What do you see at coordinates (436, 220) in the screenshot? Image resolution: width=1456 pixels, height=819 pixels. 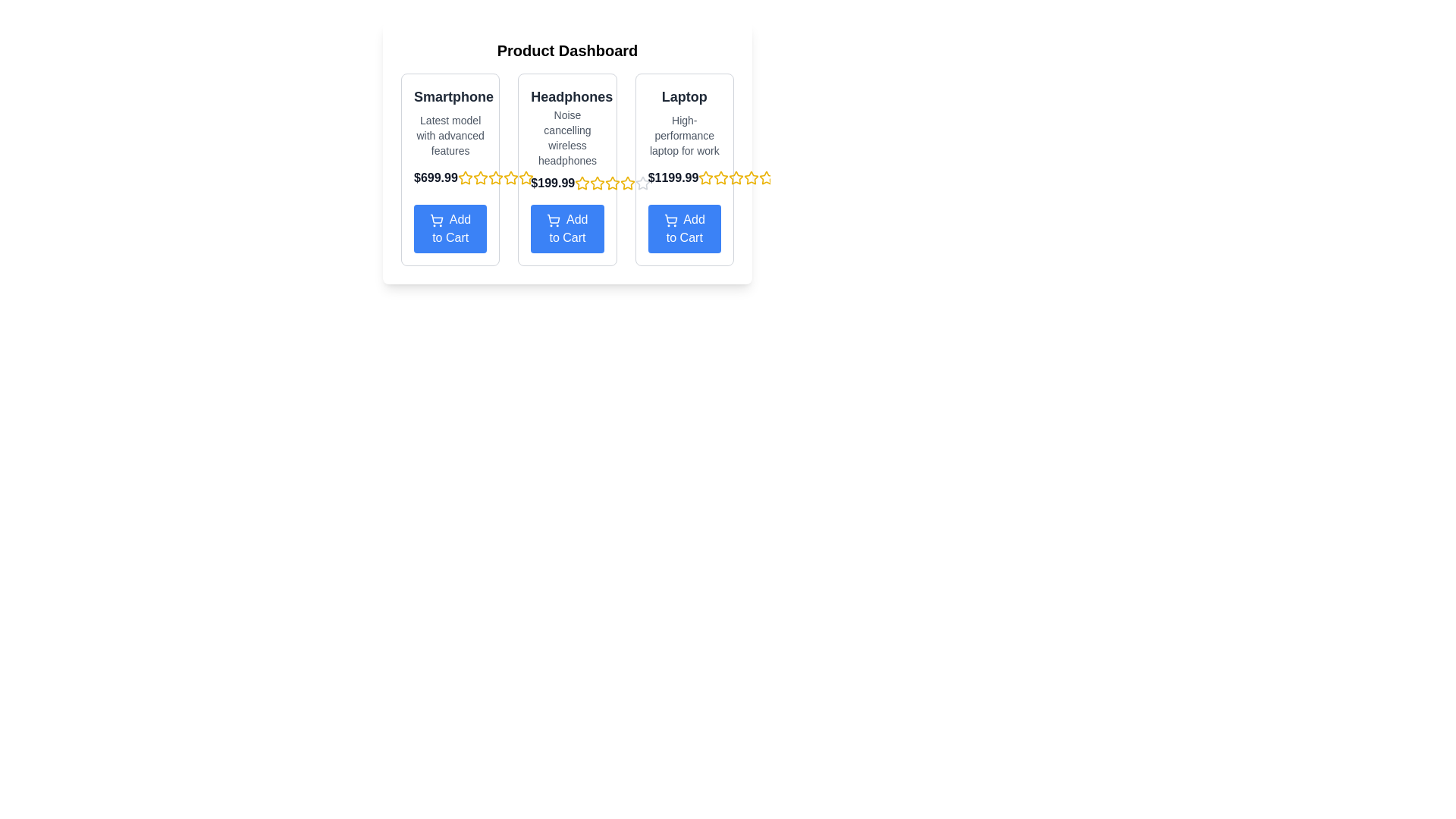 I see `the shopping cart icon, which is a wireframe style icon located within the blue 'Add to Cart' button, to receive potential visual feedback` at bounding box center [436, 220].